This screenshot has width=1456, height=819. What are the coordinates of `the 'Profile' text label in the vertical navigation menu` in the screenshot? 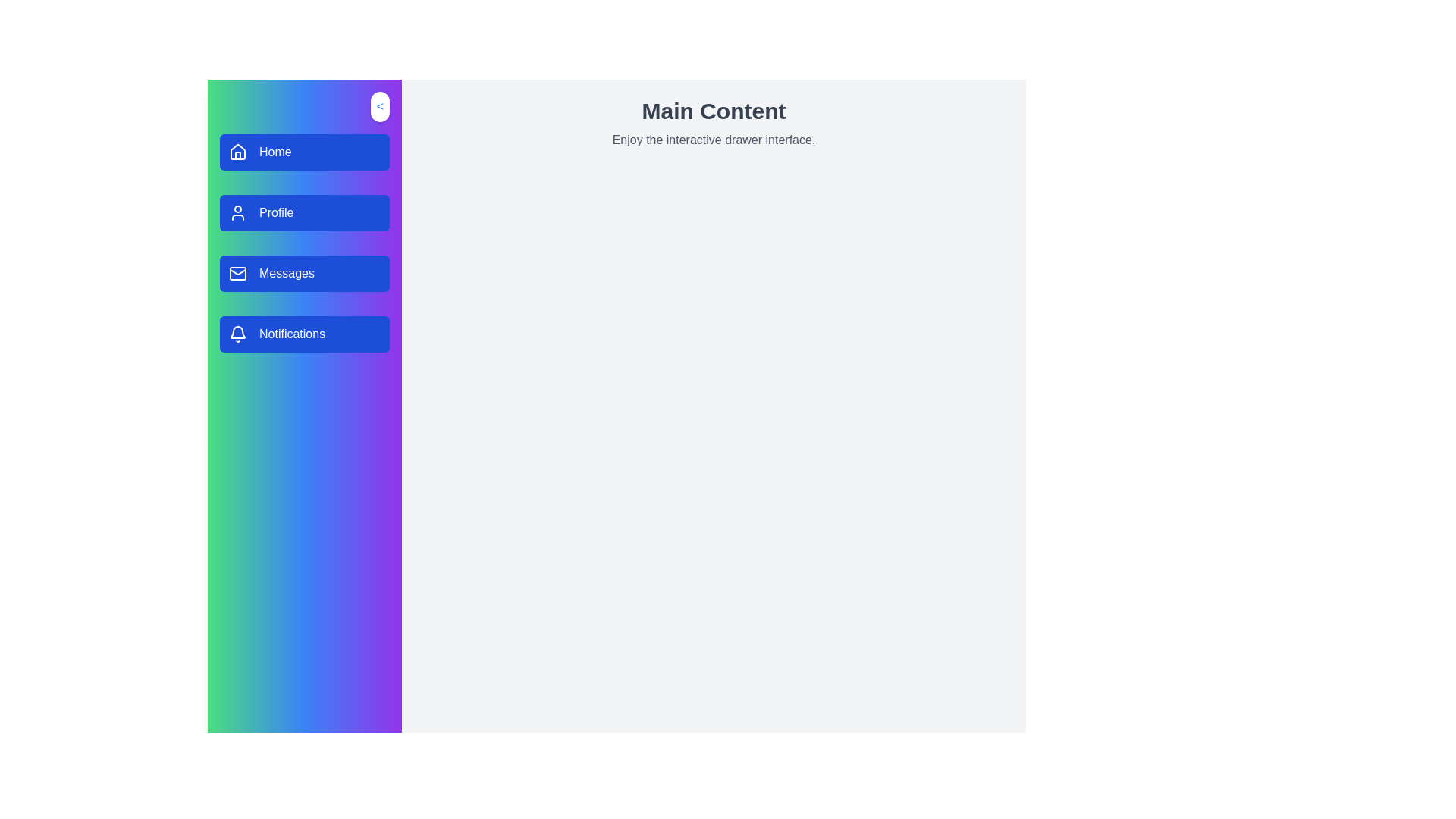 It's located at (276, 213).